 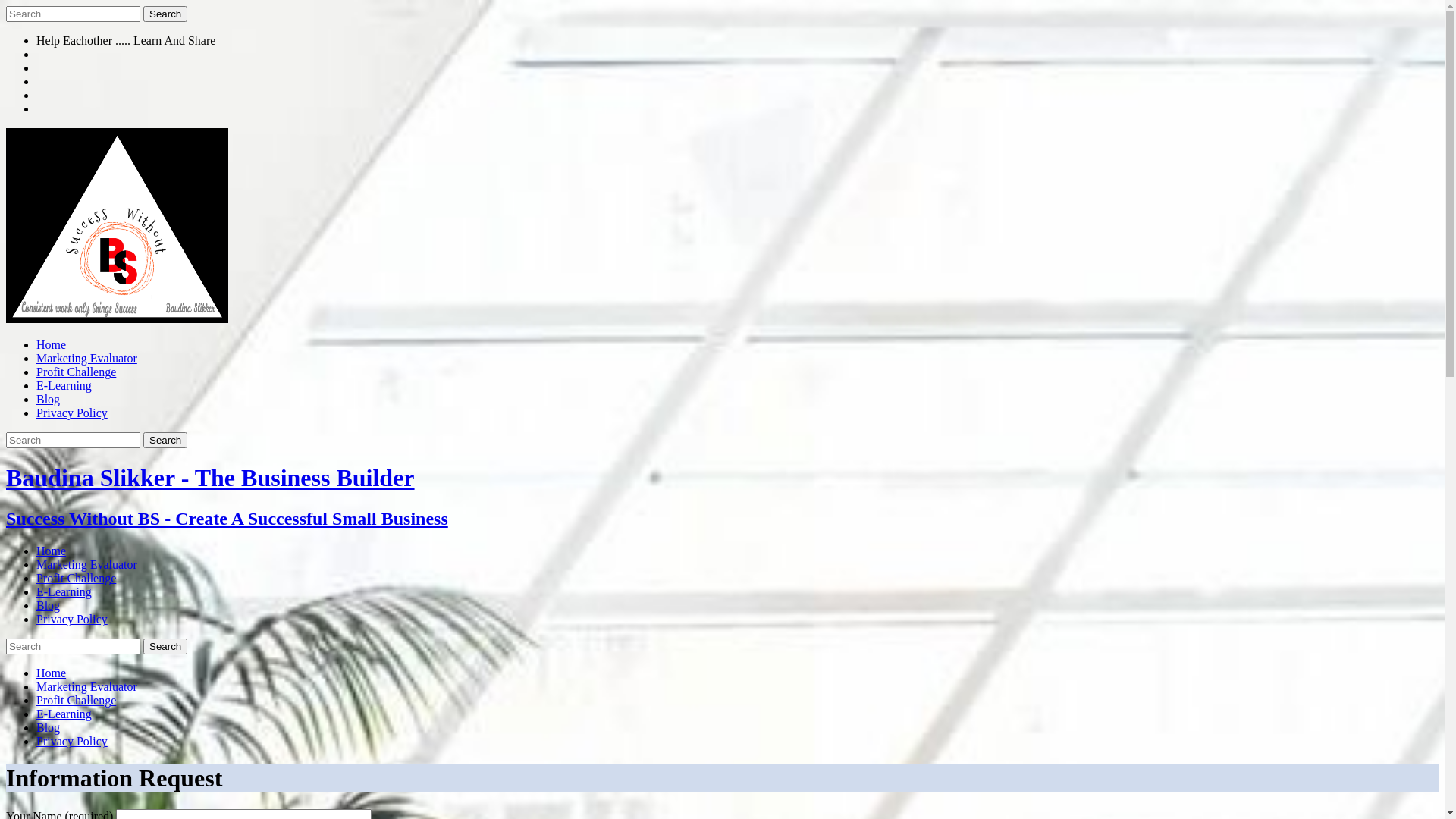 I want to click on 'Marketing Evaluator', so click(x=86, y=686).